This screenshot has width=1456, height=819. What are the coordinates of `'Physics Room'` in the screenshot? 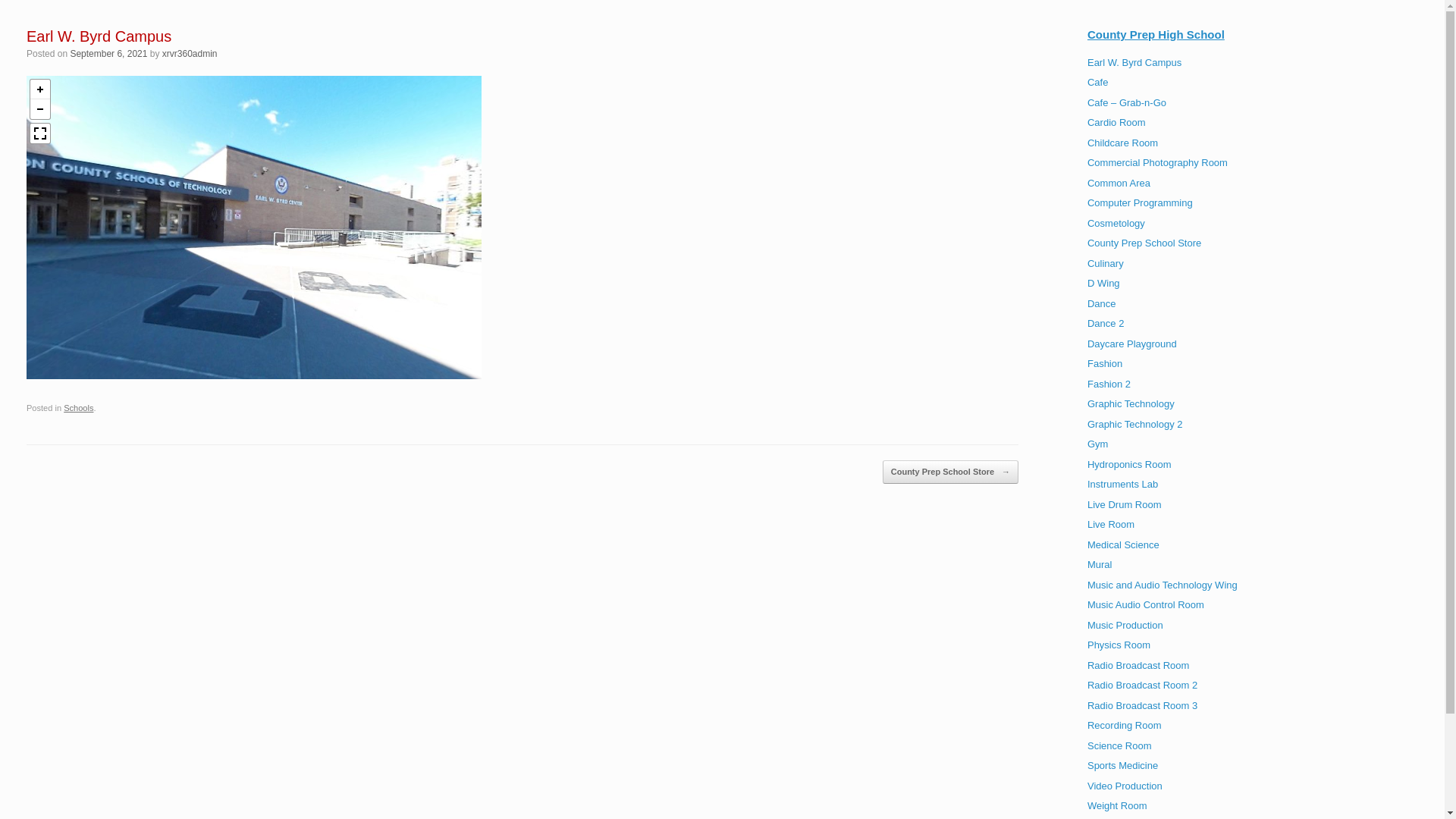 It's located at (1119, 645).